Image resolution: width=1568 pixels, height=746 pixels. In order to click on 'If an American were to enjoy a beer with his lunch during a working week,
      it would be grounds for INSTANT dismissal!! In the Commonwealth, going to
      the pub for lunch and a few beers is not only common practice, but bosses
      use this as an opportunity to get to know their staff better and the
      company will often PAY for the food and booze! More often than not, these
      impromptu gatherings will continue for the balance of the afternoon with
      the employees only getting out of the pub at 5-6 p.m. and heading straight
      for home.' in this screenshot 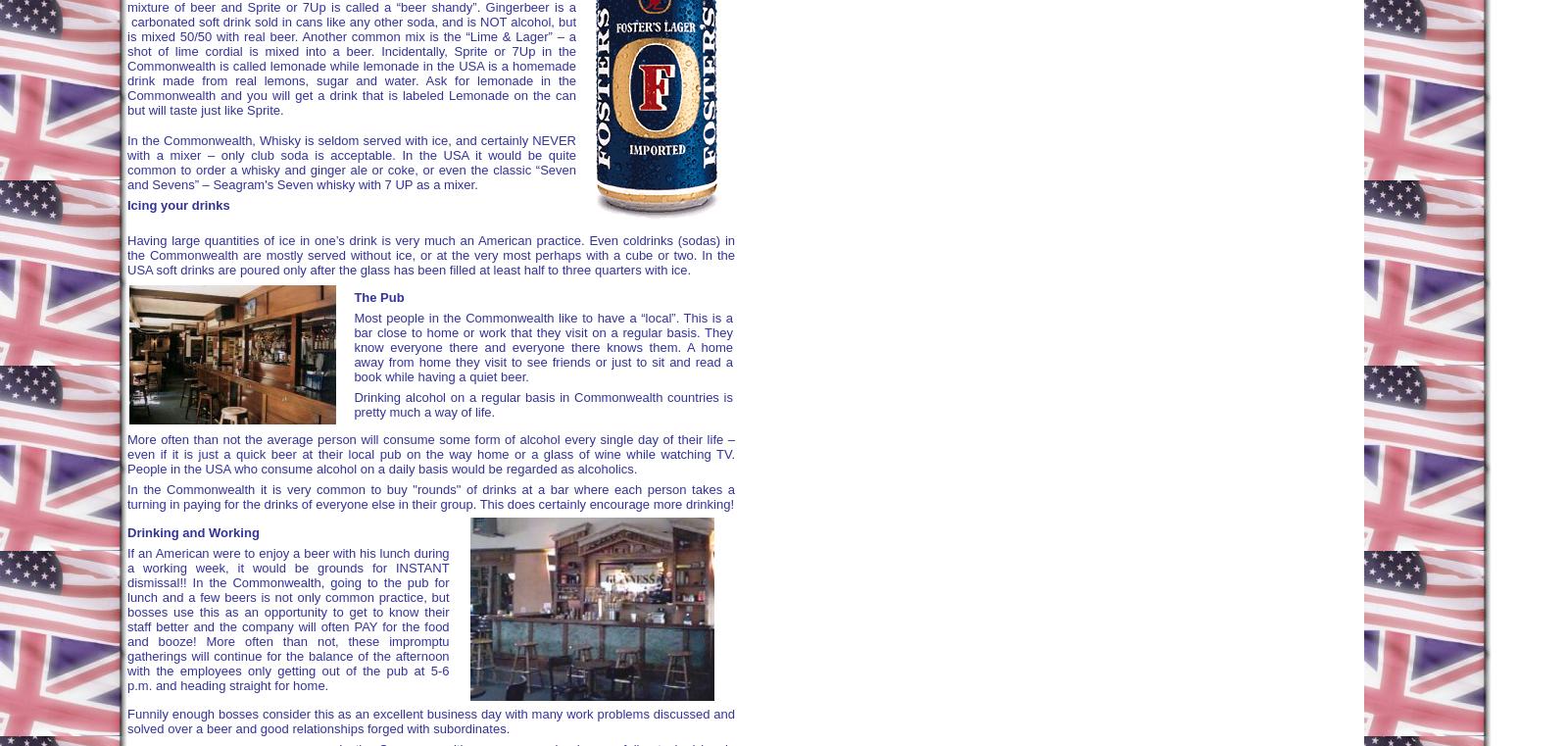, I will do `click(287, 619)`.